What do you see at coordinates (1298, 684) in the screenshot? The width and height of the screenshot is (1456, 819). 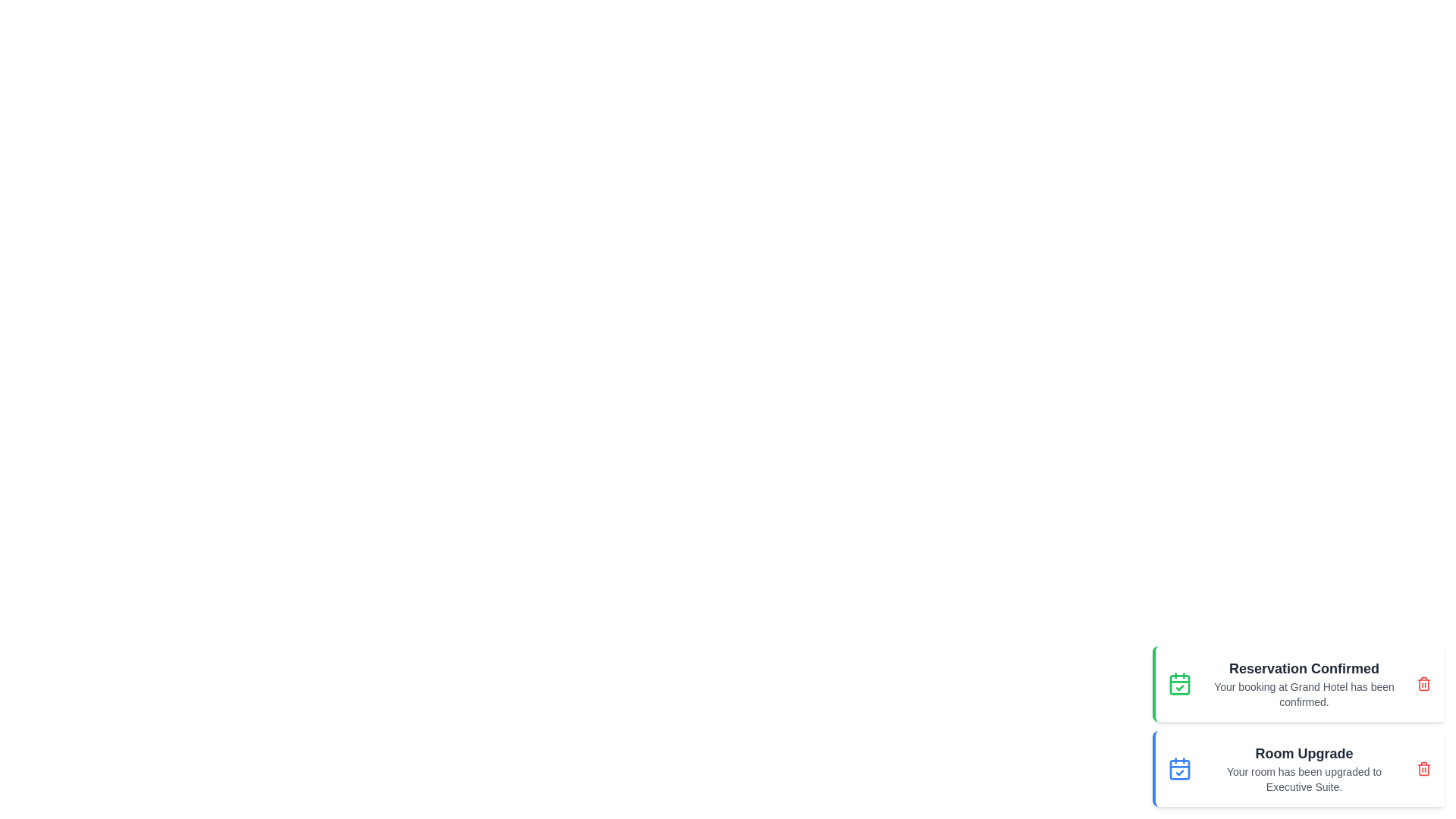 I see `the notification to observe the scaling effect` at bounding box center [1298, 684].